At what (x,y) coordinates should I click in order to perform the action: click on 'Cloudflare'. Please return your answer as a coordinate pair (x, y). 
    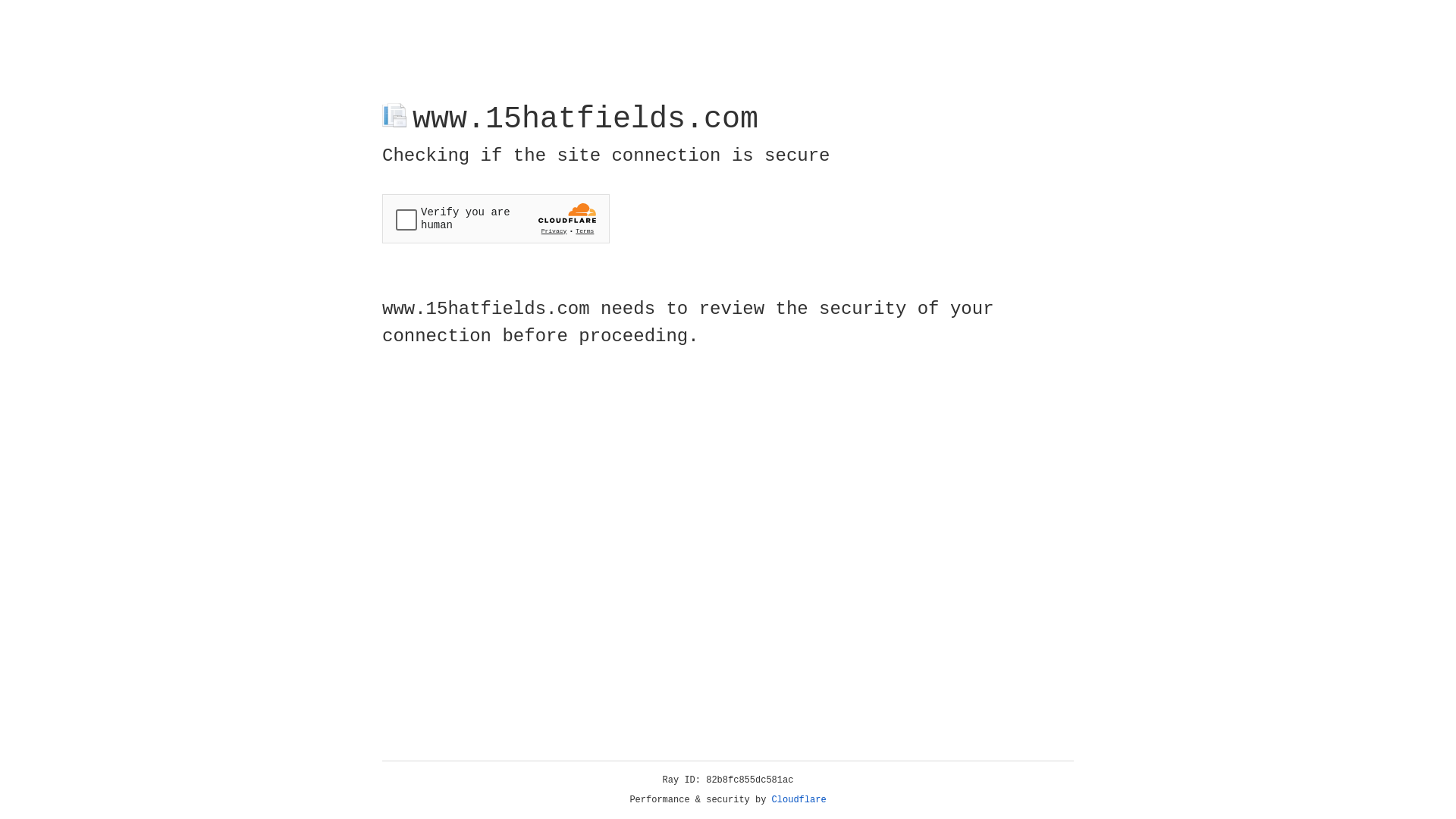
    Looking at the image, I should click on (799, 799).